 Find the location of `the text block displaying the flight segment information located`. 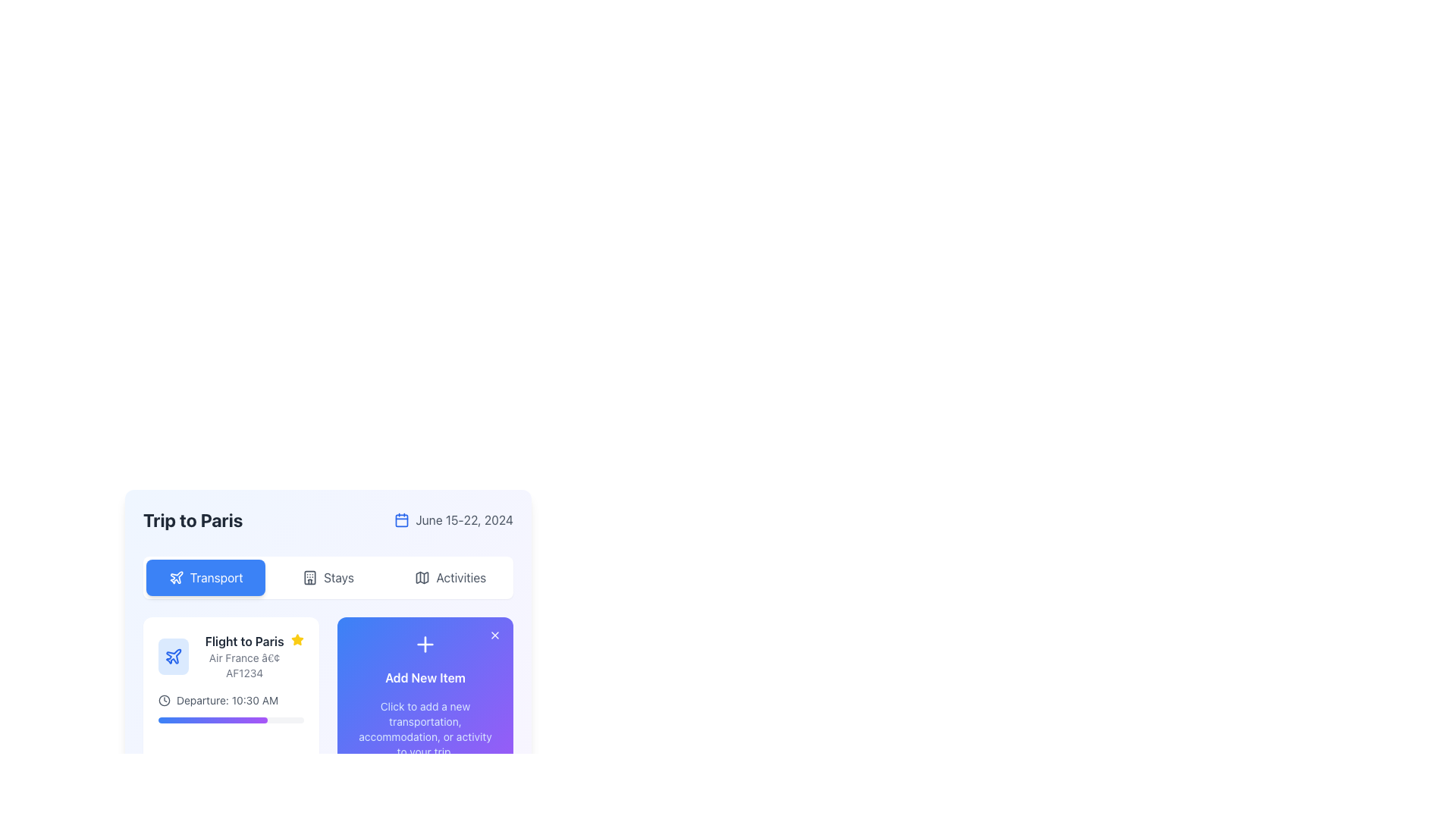

the text block displaying the flight segment information located is located at coordinates (231, 656).